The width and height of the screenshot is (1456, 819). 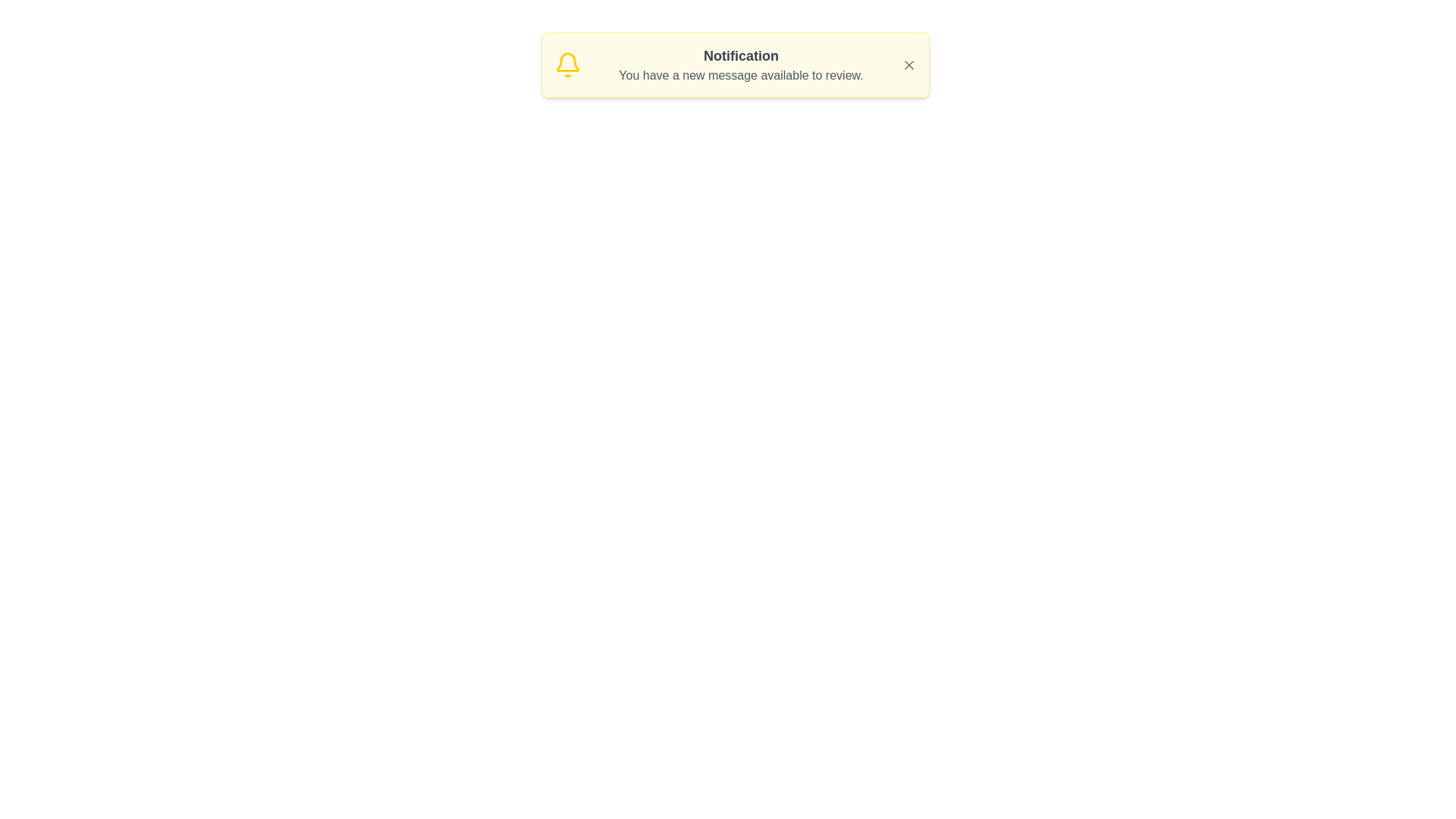 What do you see at coordinates (566, 64) in the screenshot?
I see `the yellow bell icon for notifications located in the top-left corner of the notification box adjacent to the bolded text 'Notification'` at bounding box center [566, 64].